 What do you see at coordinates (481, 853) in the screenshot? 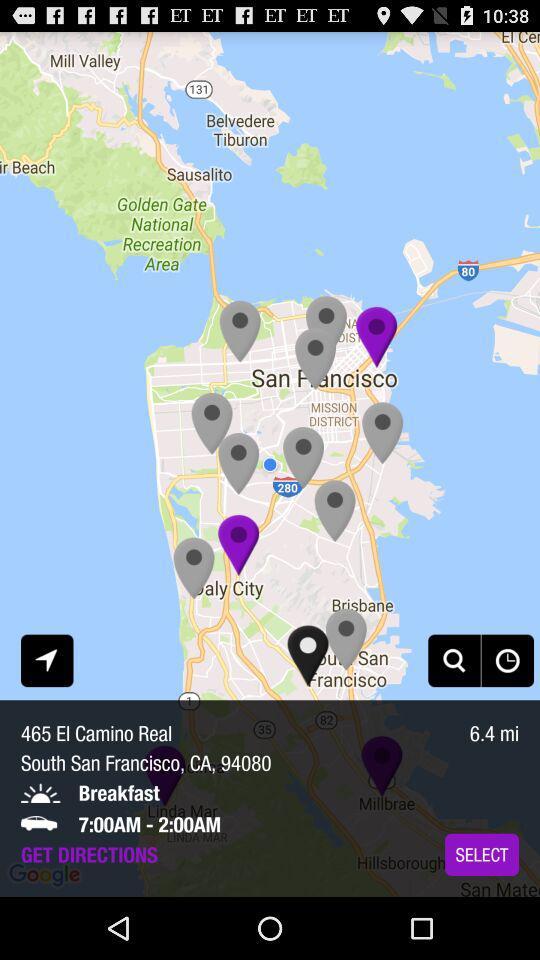
I see `item to the right of 7 00am 2` at bounding box center [481, 853].